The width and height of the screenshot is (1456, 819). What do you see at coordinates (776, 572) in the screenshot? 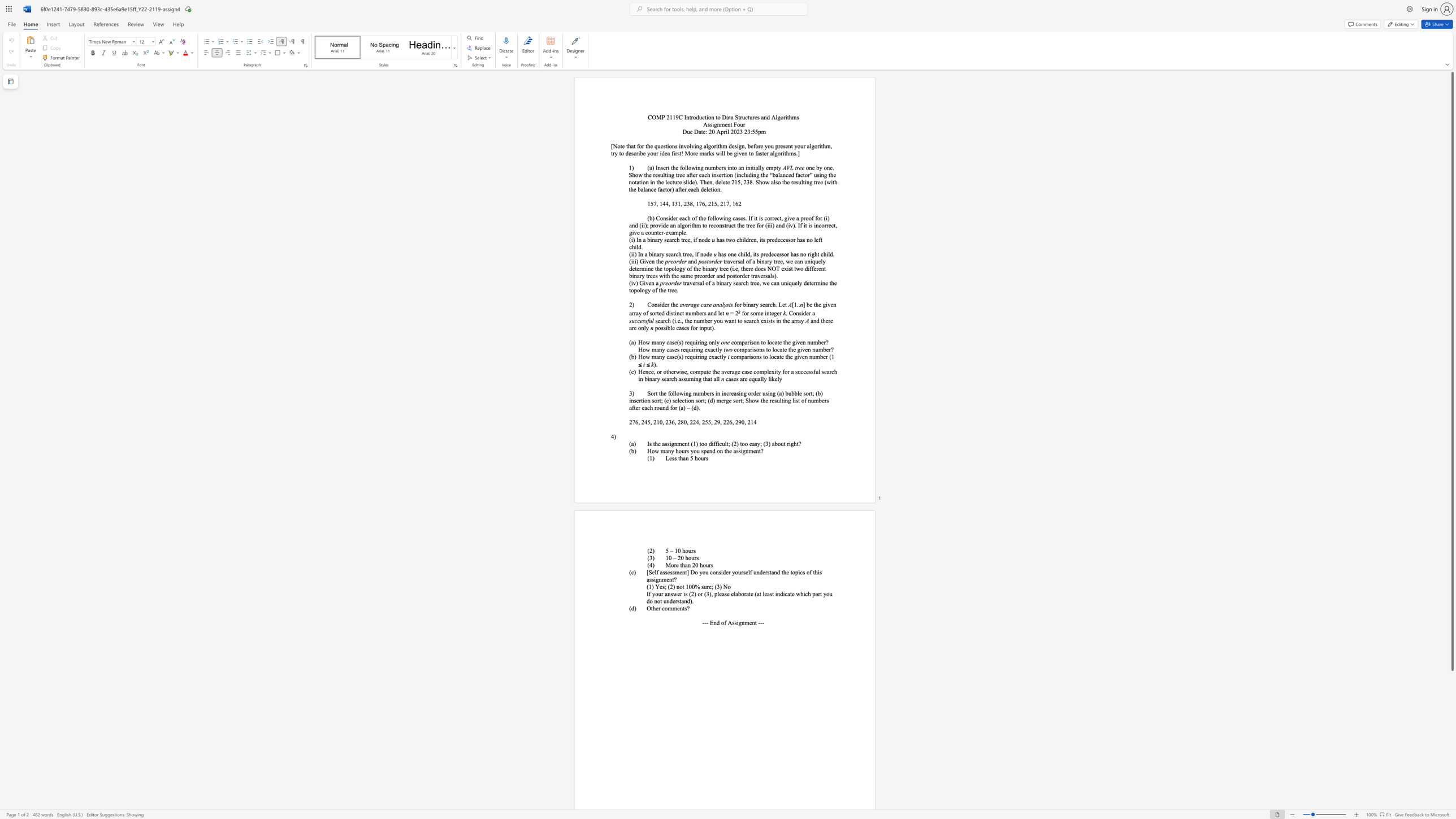
I see `the subset text "d the topics of" within the text "[Self assessment] Do you consider yourself understand the topics of this assignment?"` at bounding box center [776, 572].